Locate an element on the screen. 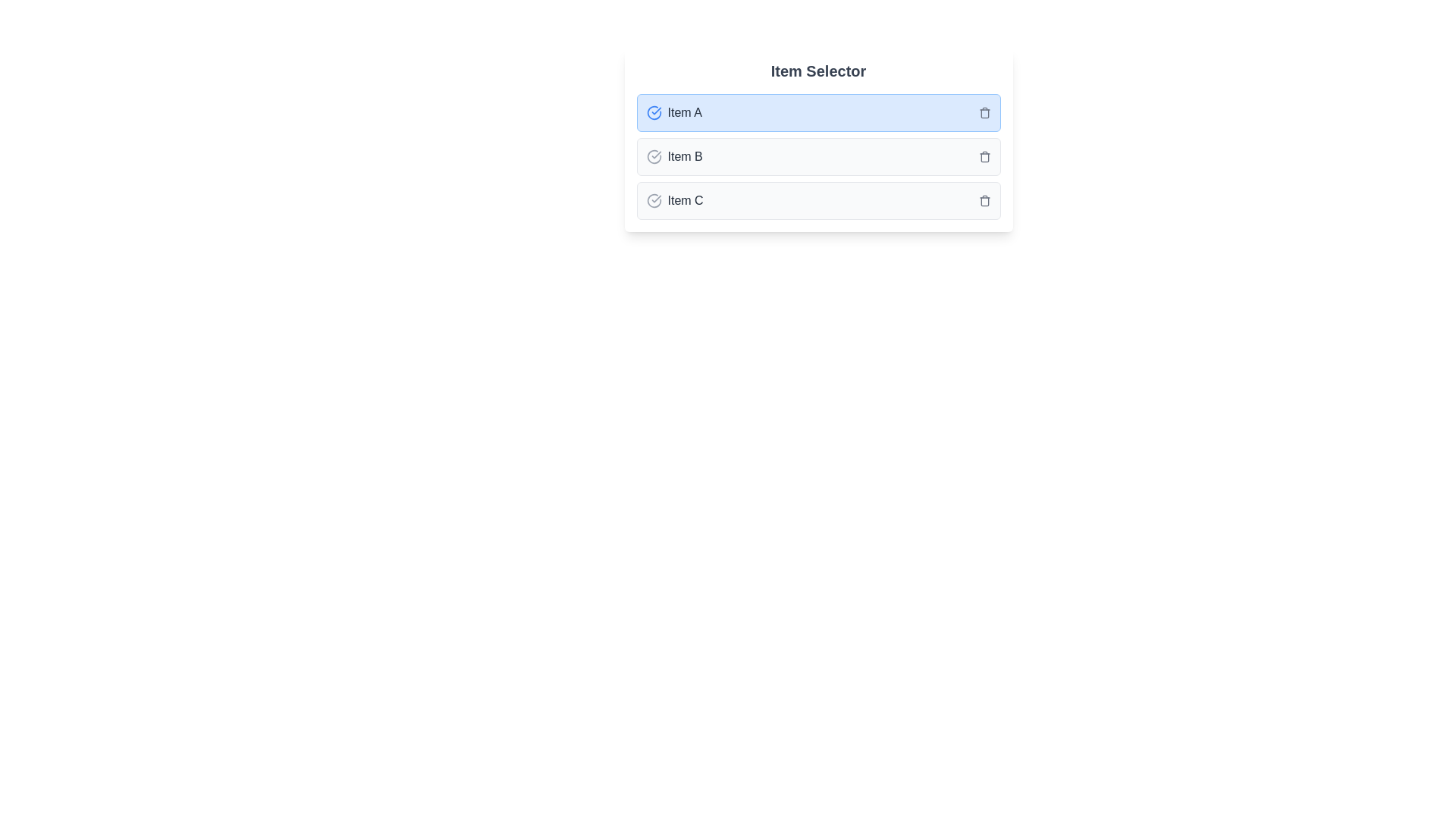 The image size is (1456, 819). the Text Label displaying 'Item B', which is the second item in the 'Item Selector' list and is styled with medium font weight and gray color is located at coordinates (673, 157).